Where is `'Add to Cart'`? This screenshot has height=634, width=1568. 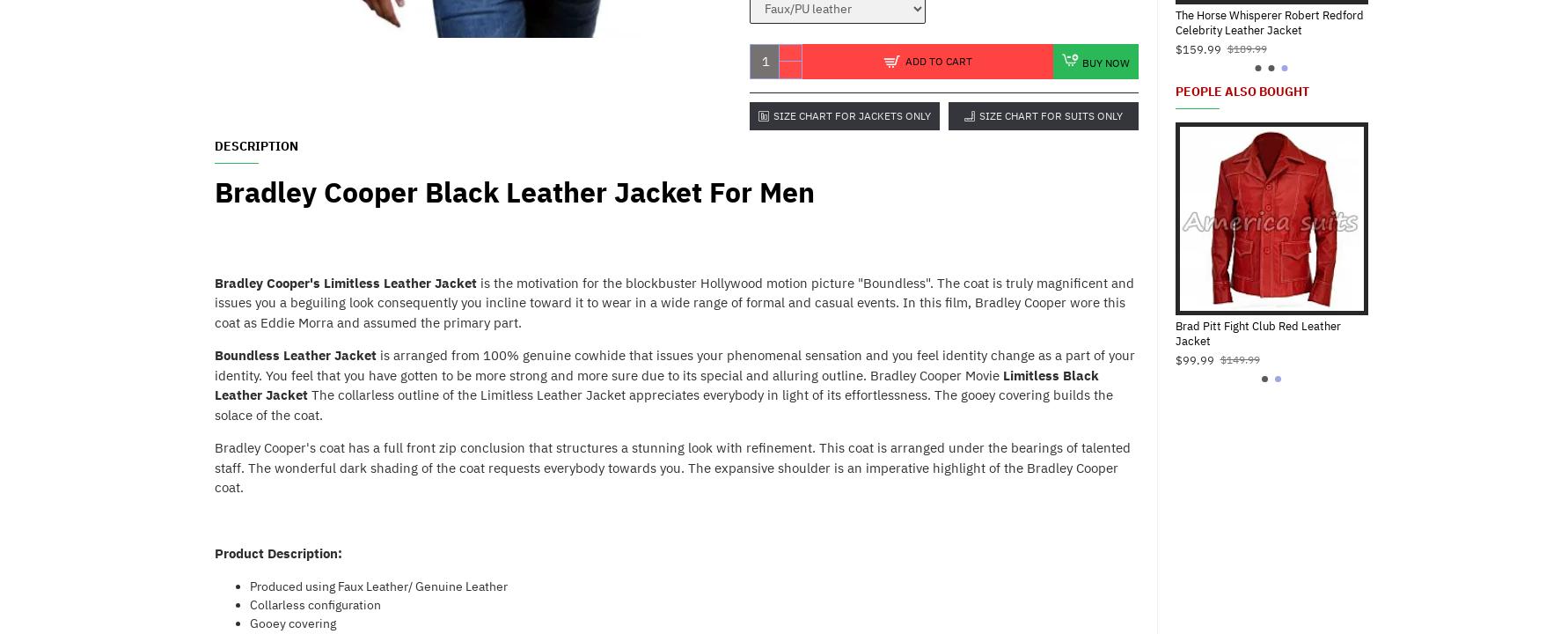 'Add to Cart' is located at coordinates (936, 59).